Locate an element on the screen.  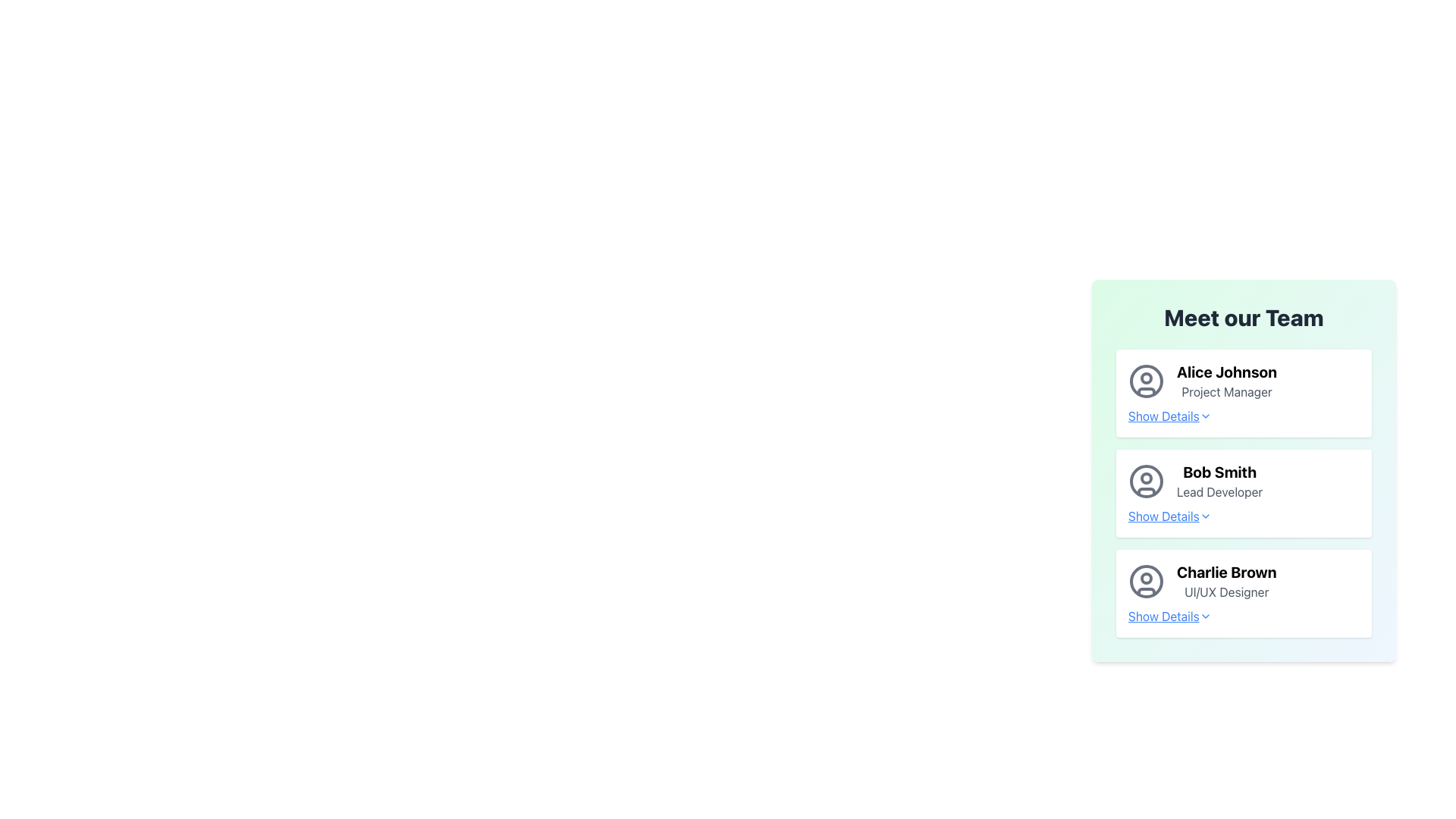
the list item displaying the user information for 'Charlie Brown', which includes a profile icon and text indicating 'UI/UX Designer'. This element is the third entry in the 'Meet our Team' section is located at coordinates (1244, 581).